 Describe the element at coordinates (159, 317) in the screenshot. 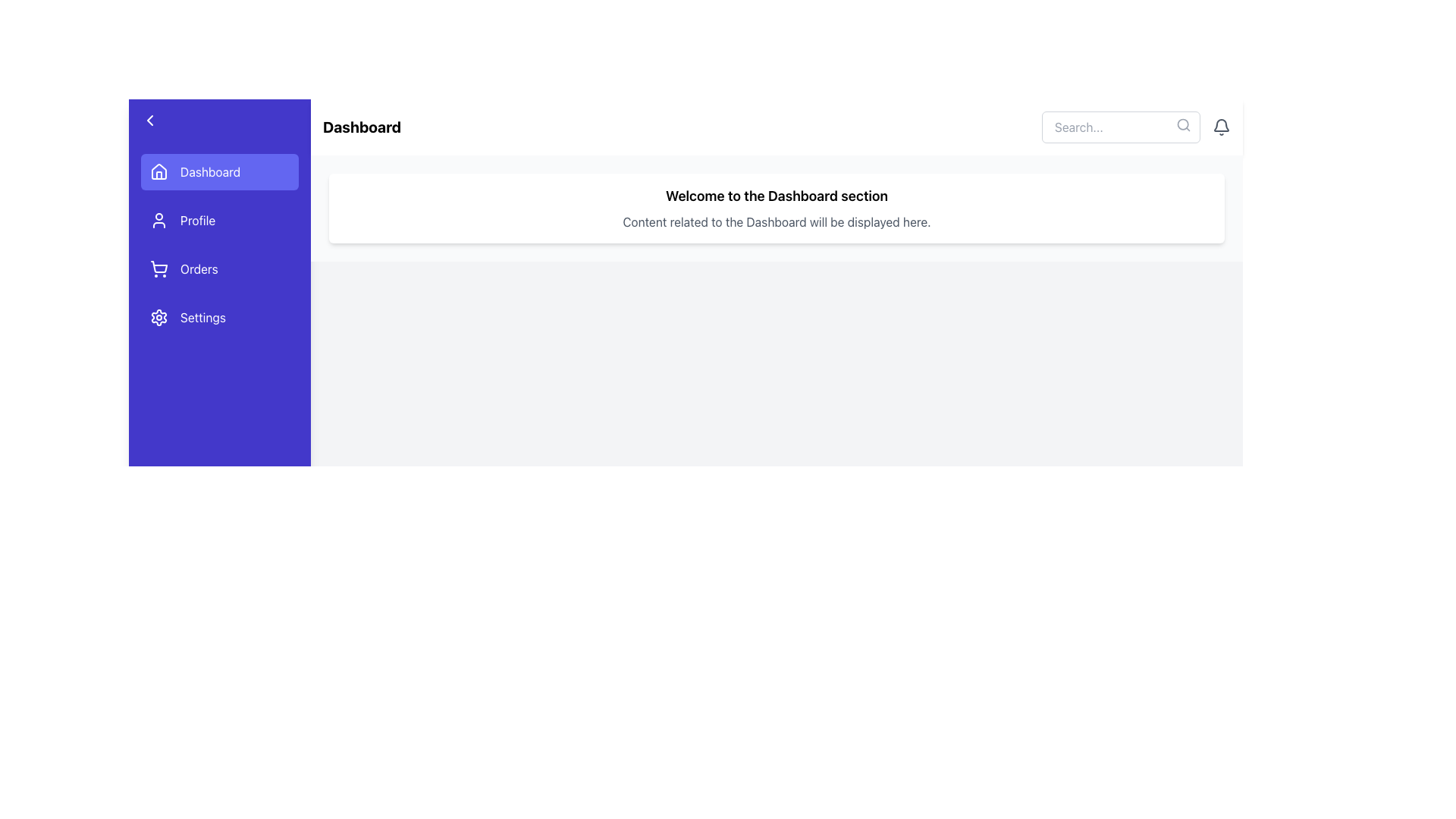

I see `the gear icon located within the 'Settings' menu option on the left vertical navigation bar, characterized by its circular shape with teeth and purple color` at that location.